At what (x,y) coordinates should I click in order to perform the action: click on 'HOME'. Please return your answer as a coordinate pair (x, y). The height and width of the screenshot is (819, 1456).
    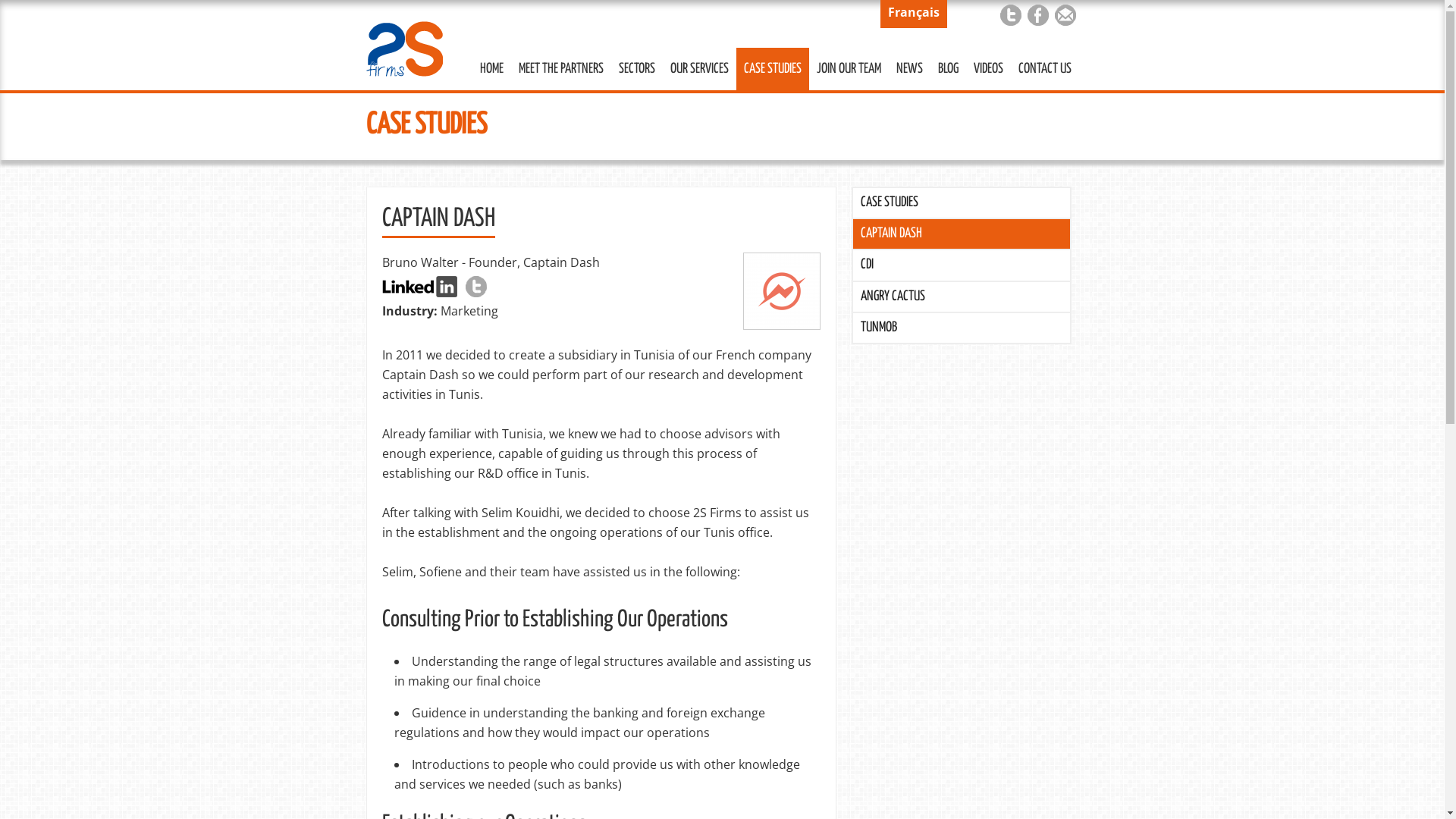
    Looking at the image, I should click on (491, 69).